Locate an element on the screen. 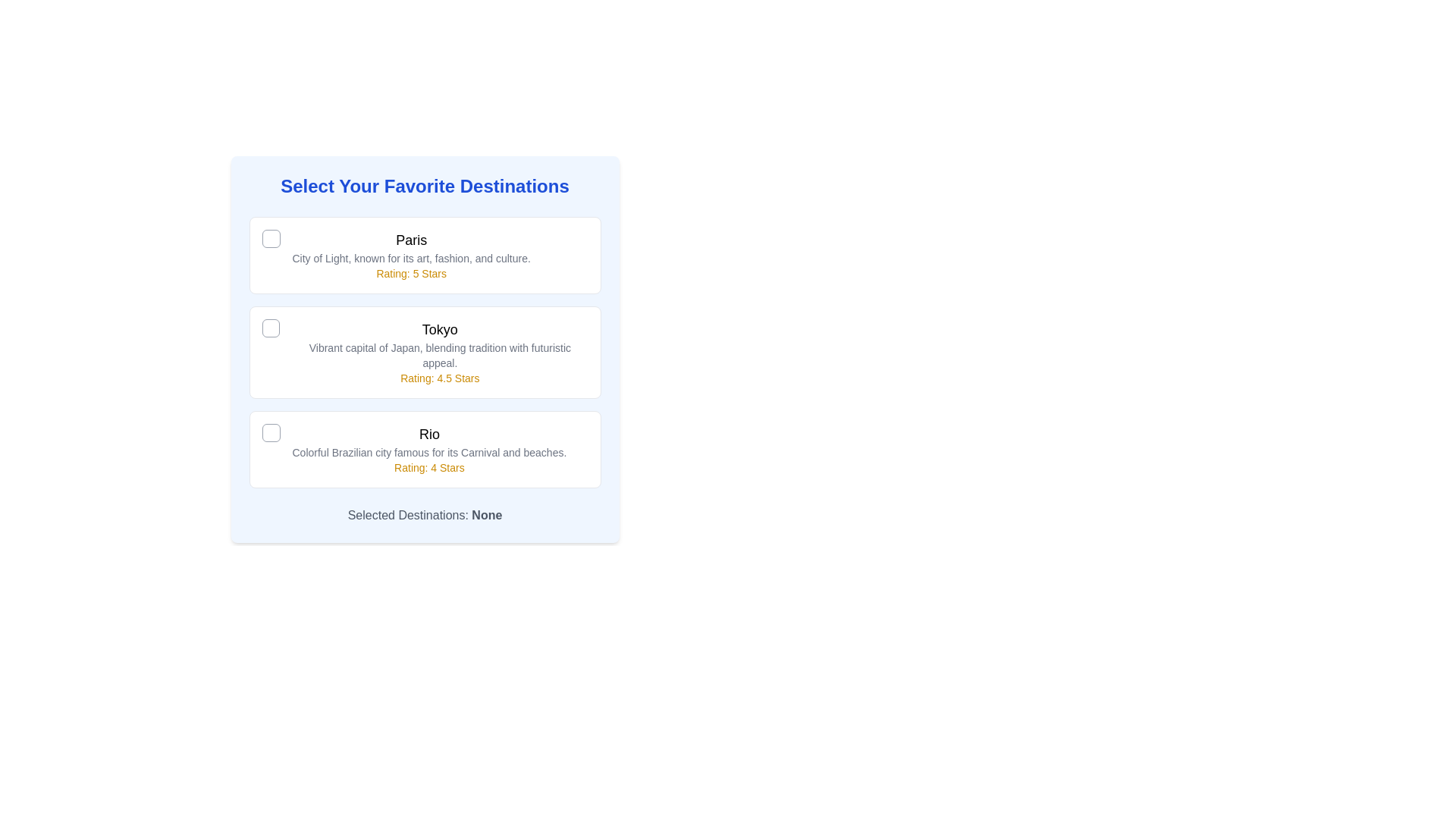  the rating of the travel destination displayed in the text block located centrally within the first box, below the circular checkbox icon is located at coordinates (411, 254).